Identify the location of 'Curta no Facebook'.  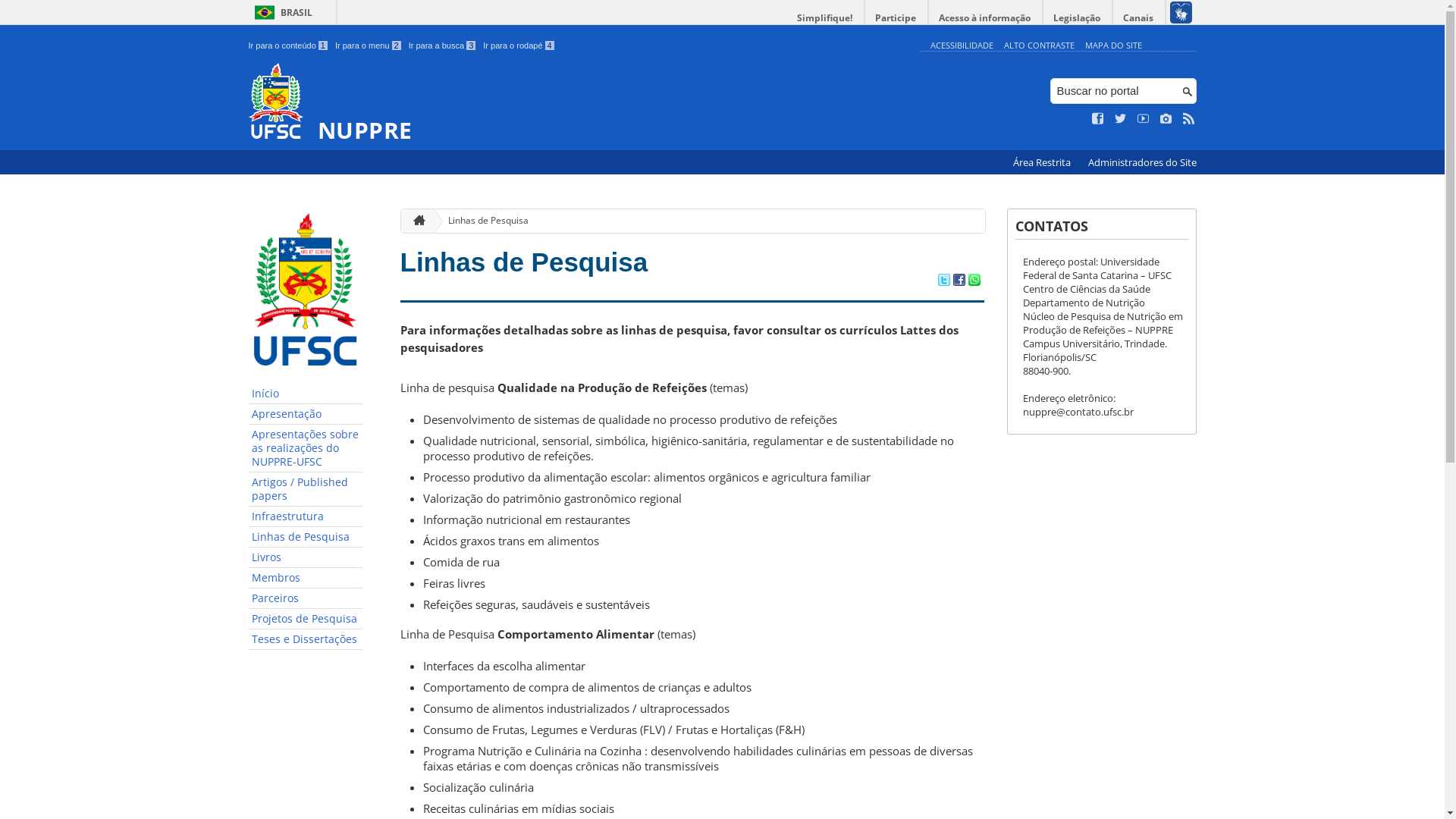
(1098, 118).